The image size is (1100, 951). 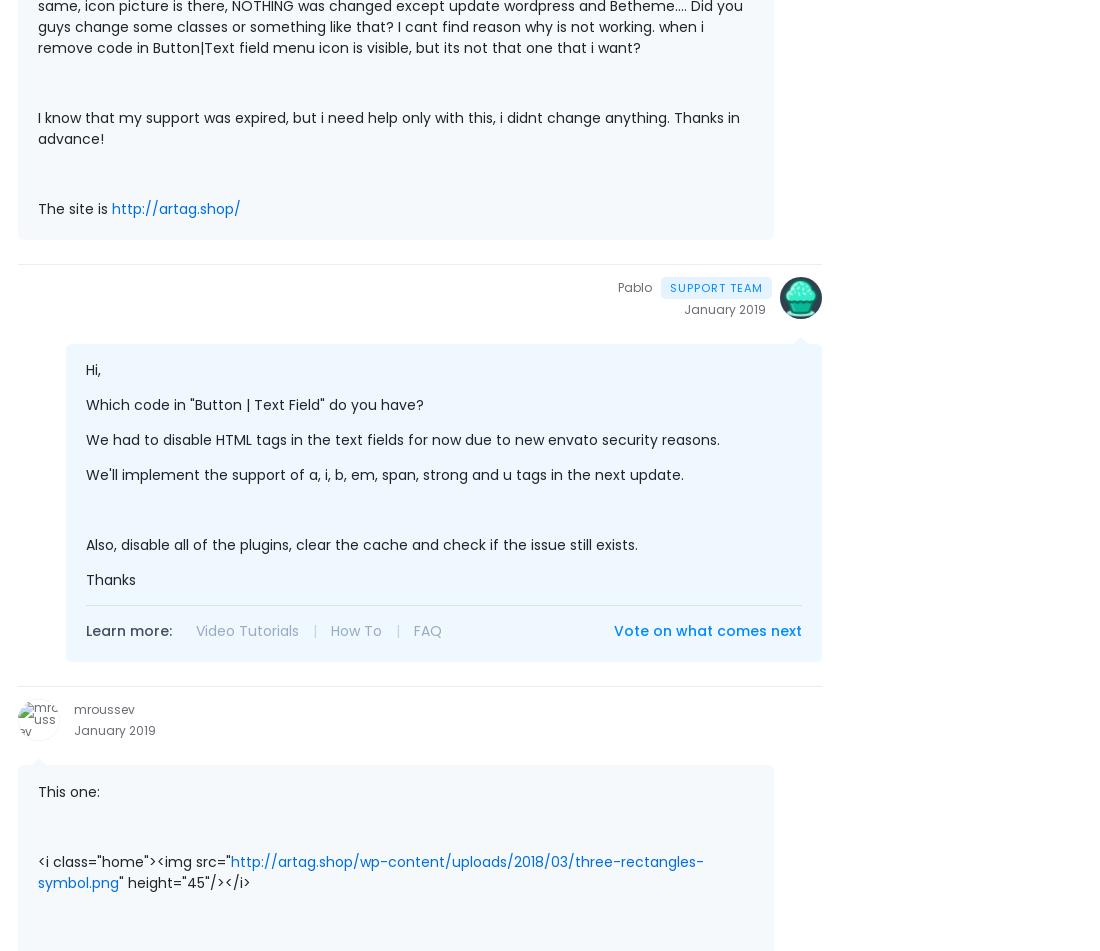 What do you see at coordinates (427, 629) in the screenshot?
I see `'FAQ'` at bounding box center [427, 629].